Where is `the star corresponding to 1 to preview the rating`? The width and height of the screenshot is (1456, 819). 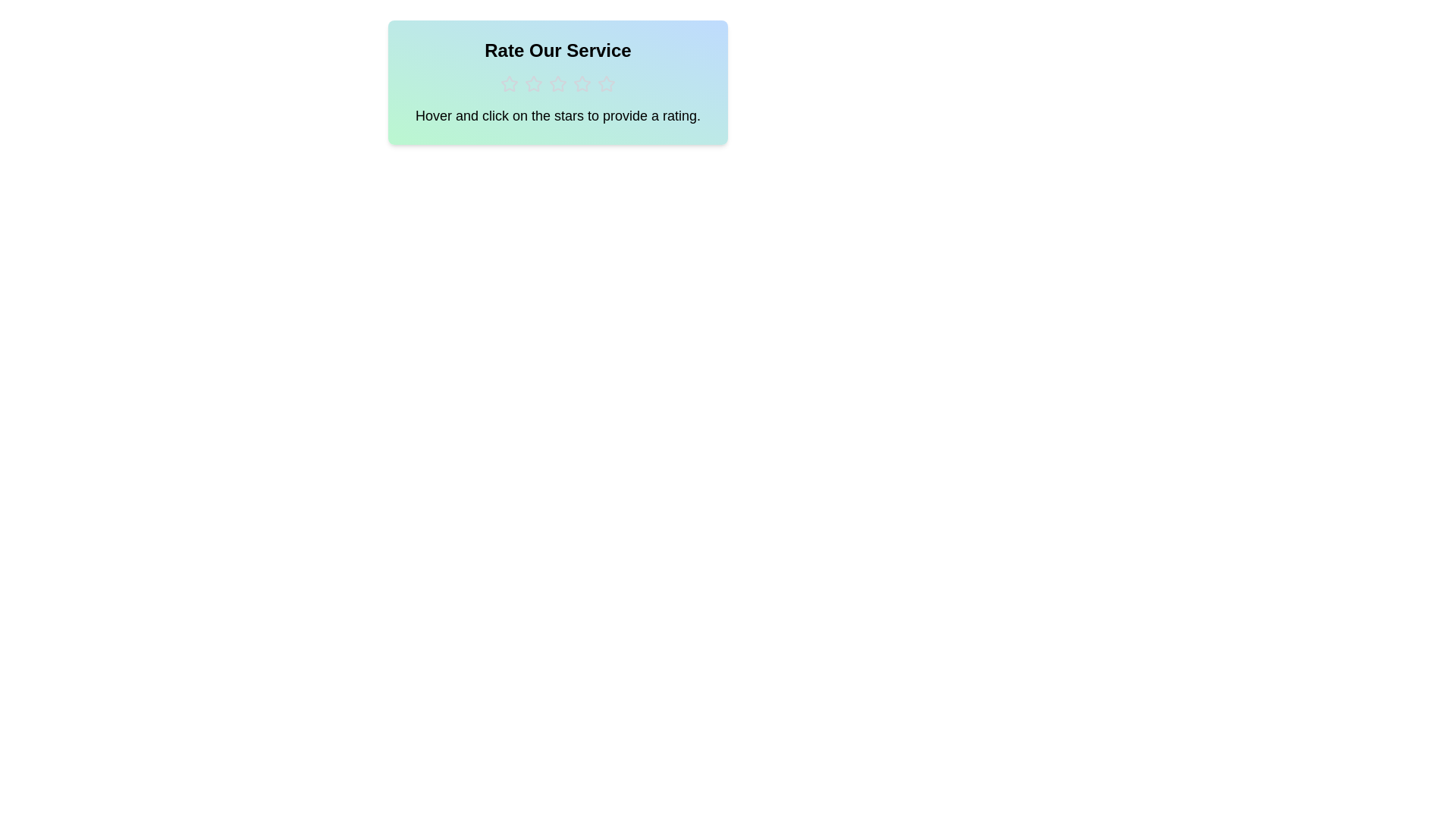
the star corresponding to 1 to preview the rating is located at coordinates (510, 84).